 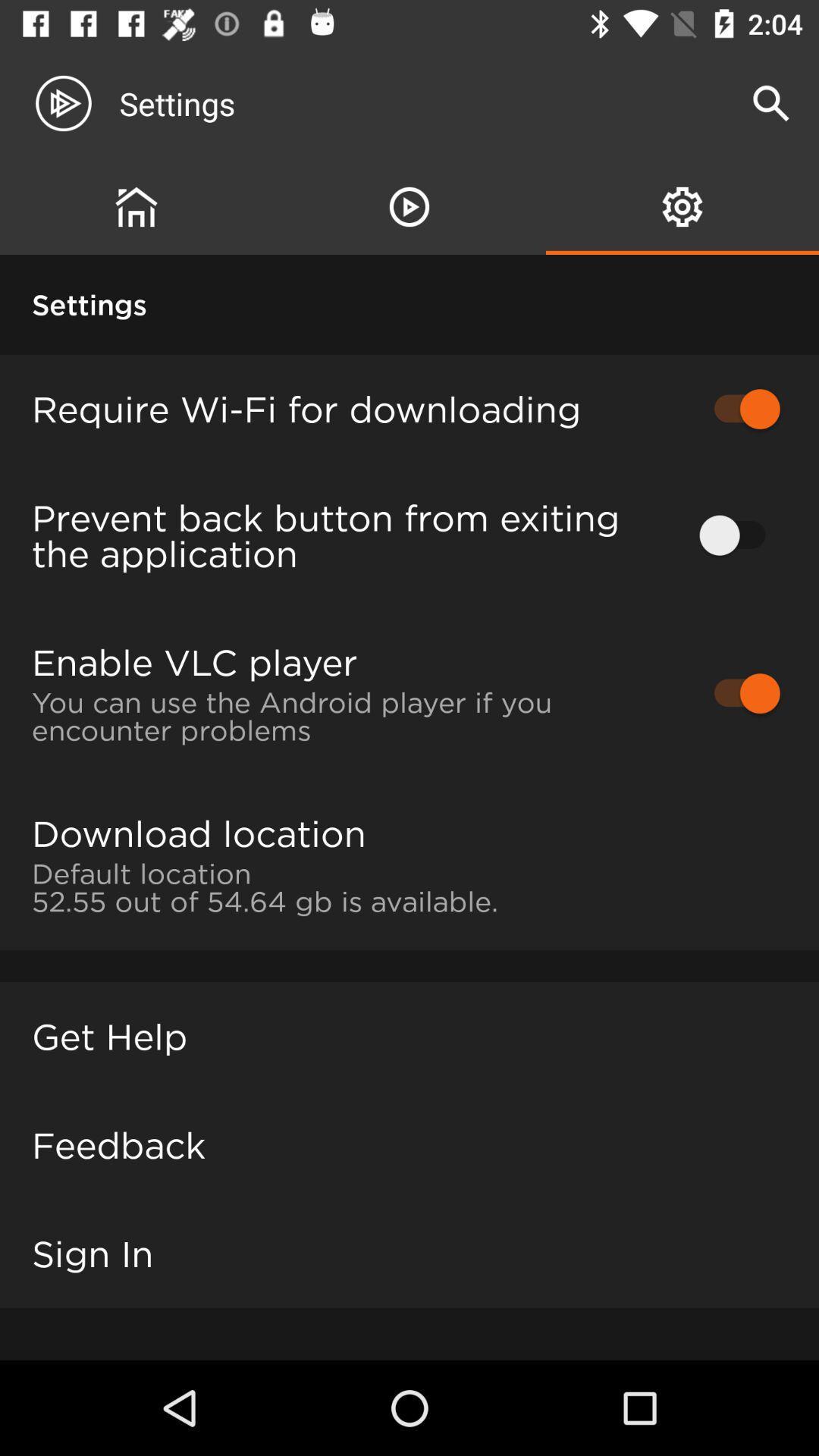 What do you see at coordinates (409, 206) in the screenshot?
I see `the play option right side of home icon` at bounding box center [409, 206].